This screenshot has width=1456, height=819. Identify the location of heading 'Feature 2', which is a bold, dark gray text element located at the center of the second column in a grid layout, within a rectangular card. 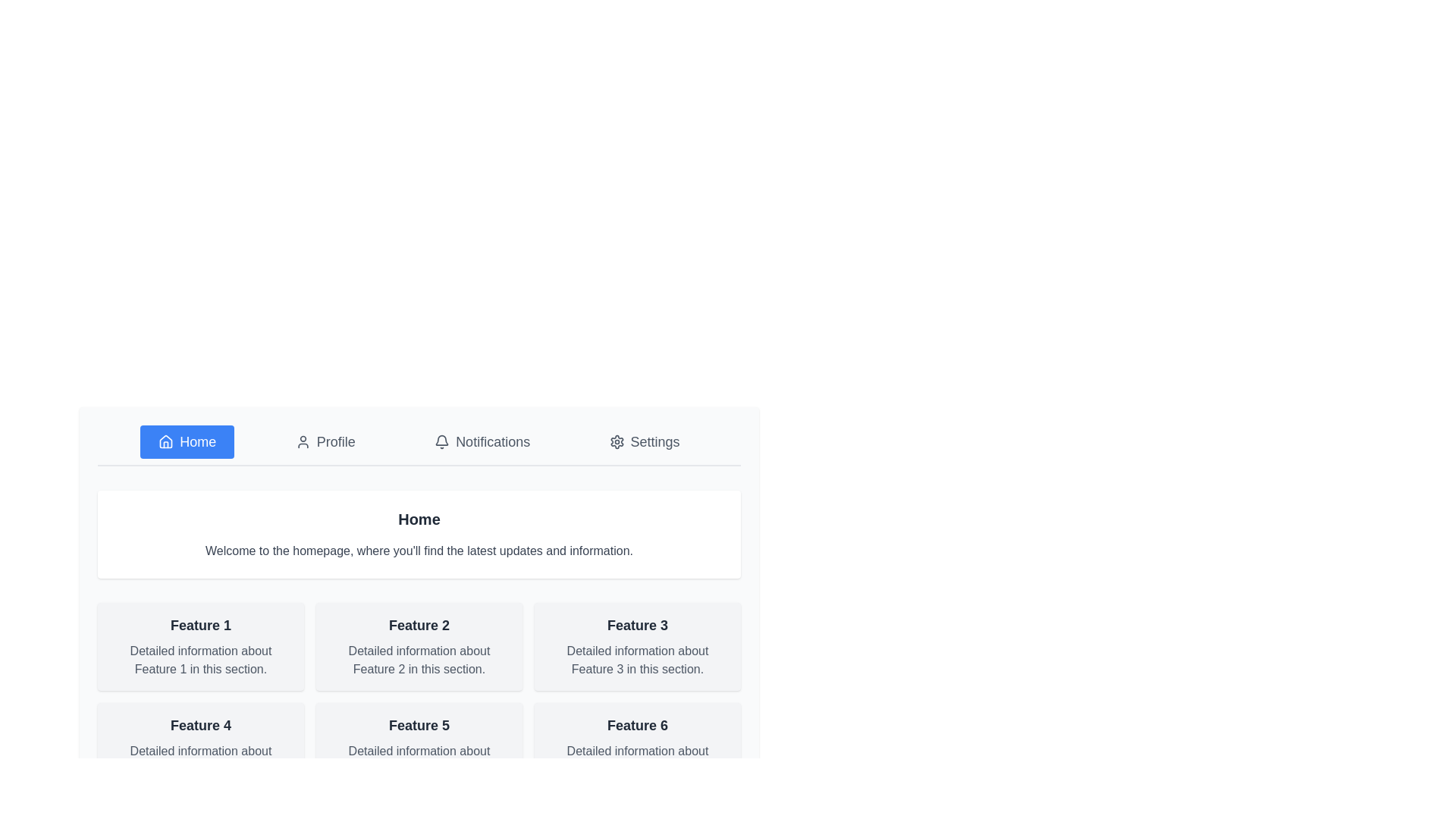
(419, 626).